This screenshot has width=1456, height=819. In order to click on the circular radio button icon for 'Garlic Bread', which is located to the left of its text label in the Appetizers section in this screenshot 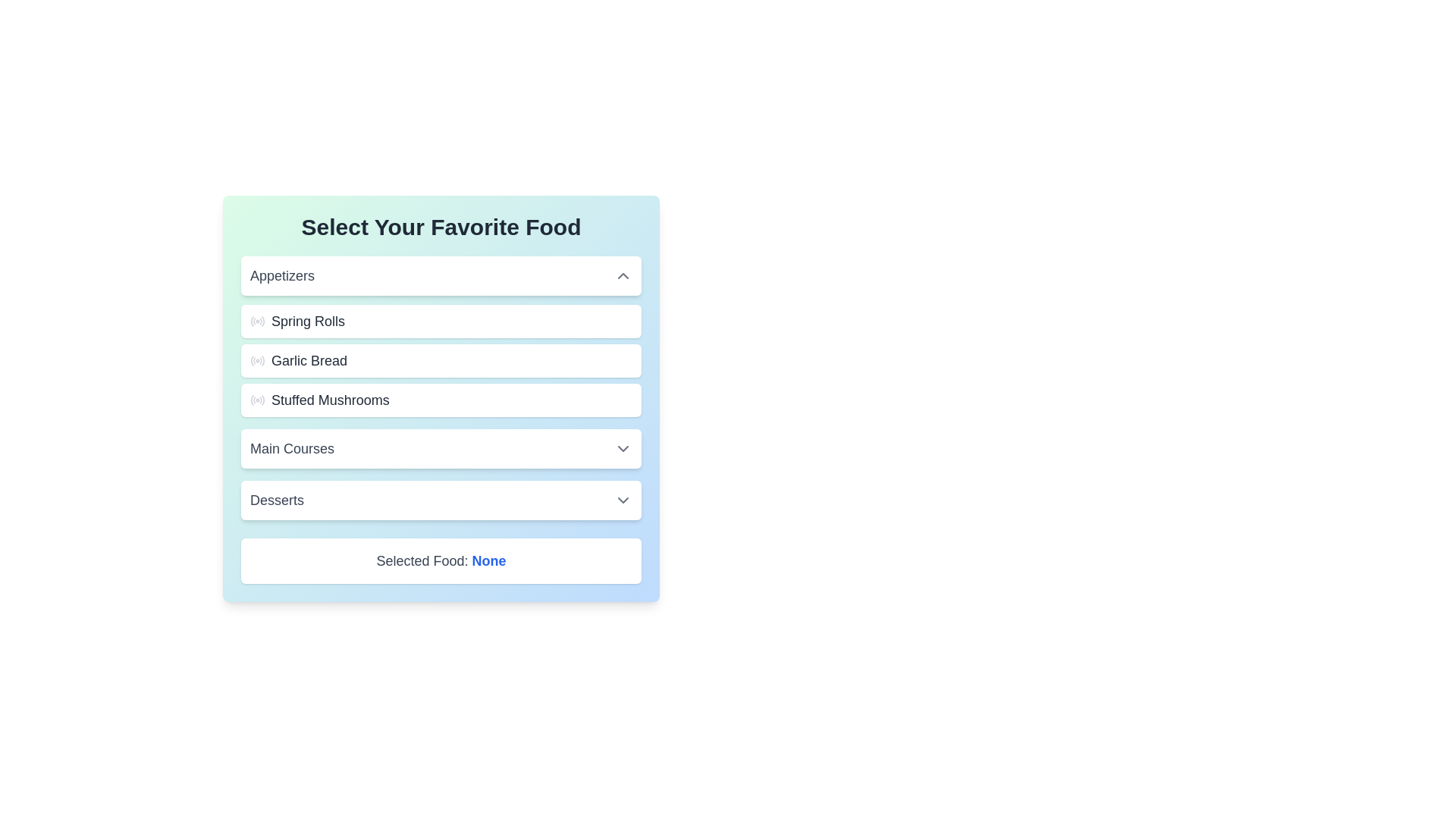, I will do `click(258, 360)`.